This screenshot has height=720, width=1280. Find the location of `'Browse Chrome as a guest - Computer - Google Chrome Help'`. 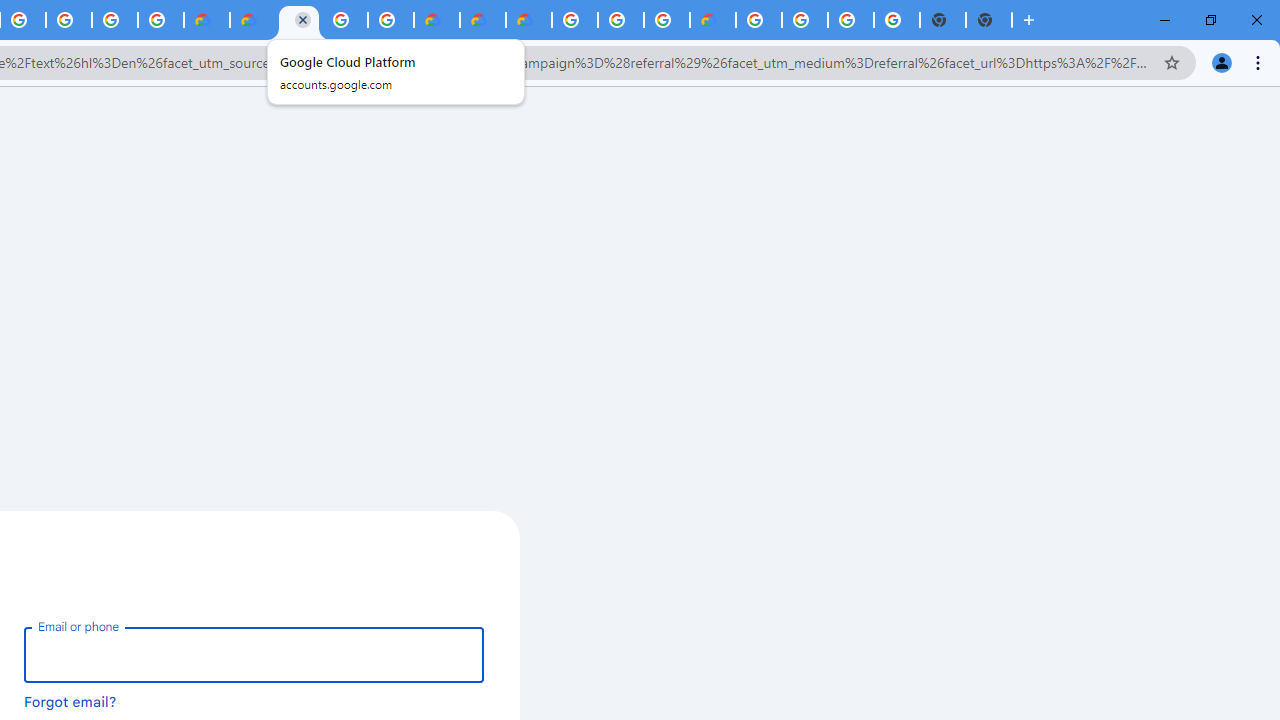

'Browse Chrome as a guest - Computer - Google Chrome Help' is located at coordinates (666, 20).